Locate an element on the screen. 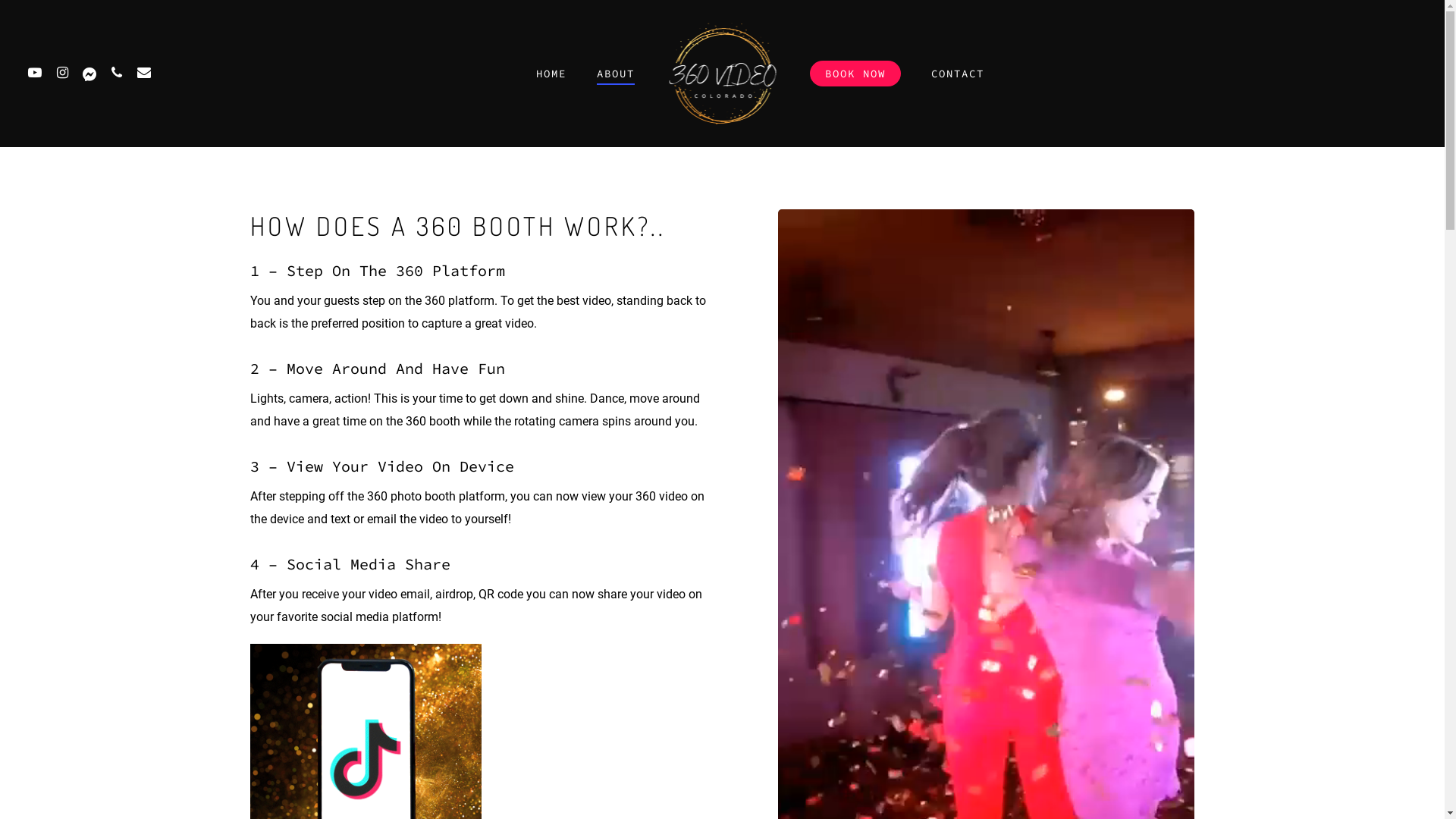 The height and width of the screenshot is (819, 1456). 'MESSENGER' is located at coordinates (89, 73).